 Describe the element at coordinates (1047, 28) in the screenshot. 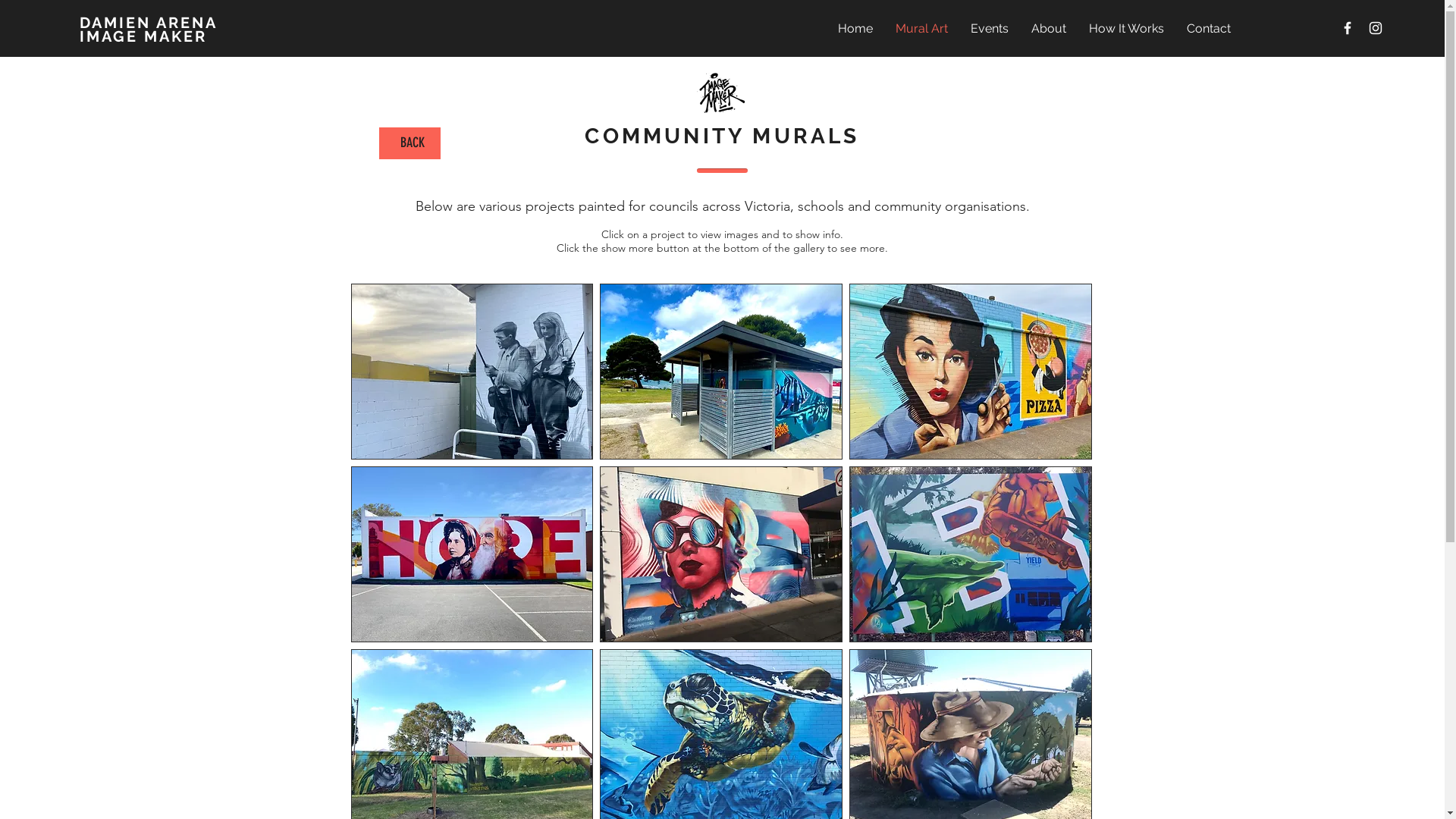

I see `'About'` at that location.